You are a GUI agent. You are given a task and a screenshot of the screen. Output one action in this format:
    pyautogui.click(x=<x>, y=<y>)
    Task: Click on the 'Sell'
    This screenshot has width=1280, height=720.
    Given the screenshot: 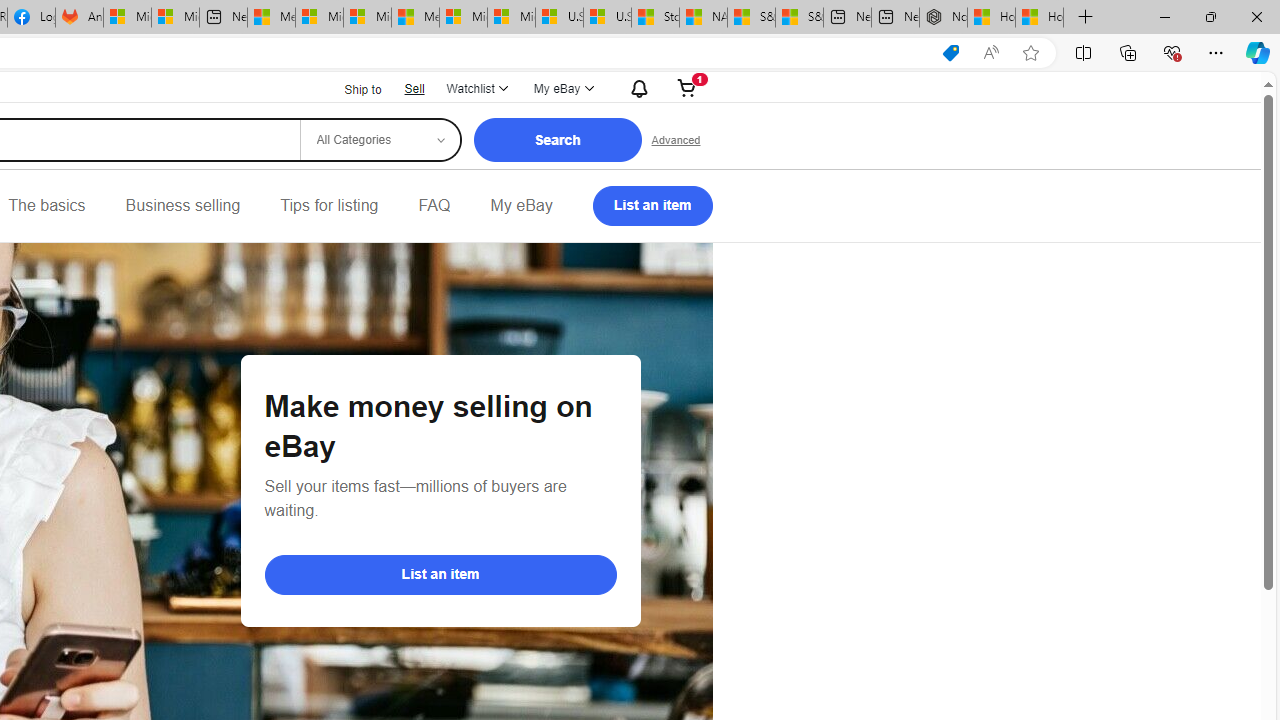 What is the action you would take?
    pyautogui.click(x=413, y=86)
    